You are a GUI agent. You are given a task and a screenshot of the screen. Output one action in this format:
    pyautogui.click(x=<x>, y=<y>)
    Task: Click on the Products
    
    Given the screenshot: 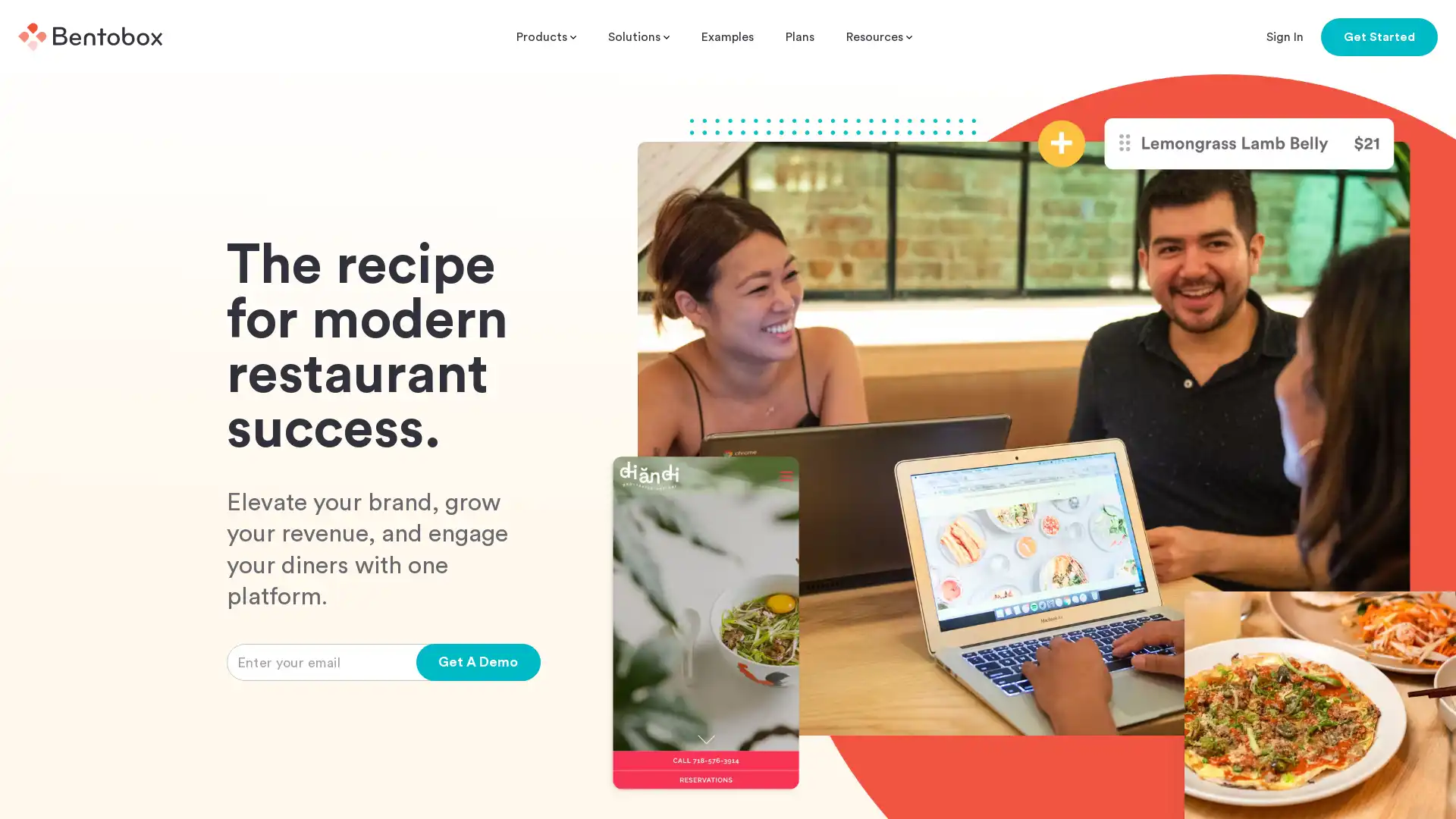 What is the action you would take?
    pyautogui.click(x=546, y=36)
    